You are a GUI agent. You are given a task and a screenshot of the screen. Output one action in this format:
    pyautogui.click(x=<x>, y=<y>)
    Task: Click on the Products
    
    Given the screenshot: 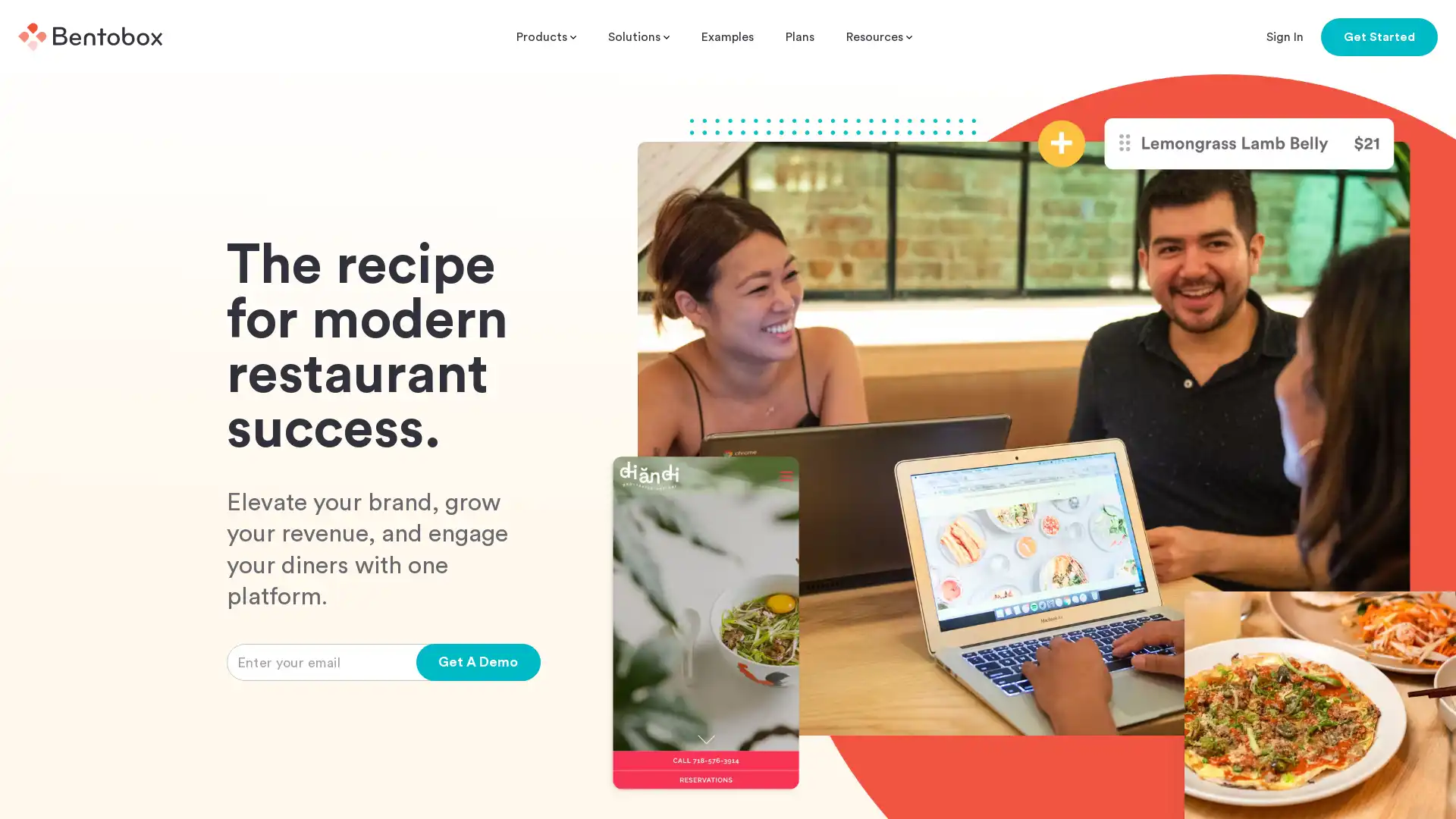 What is the action you would take?
    pyautogui.click(x=546, y=36)
    